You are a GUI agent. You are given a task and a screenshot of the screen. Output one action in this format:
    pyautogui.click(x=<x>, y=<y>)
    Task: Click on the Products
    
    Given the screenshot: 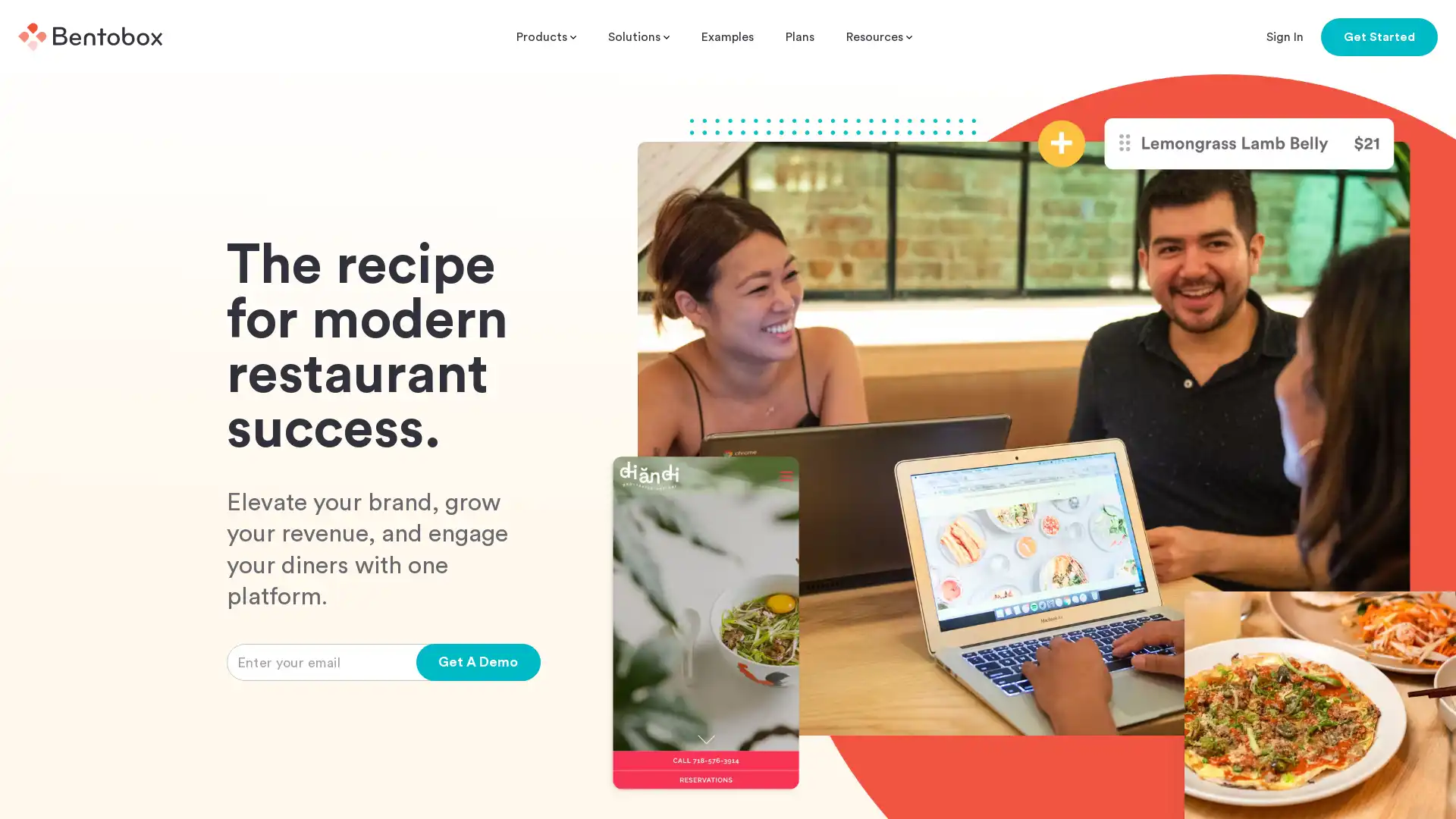 What is the action you would take?
    pyautogui.click(x=546, y=36)
    